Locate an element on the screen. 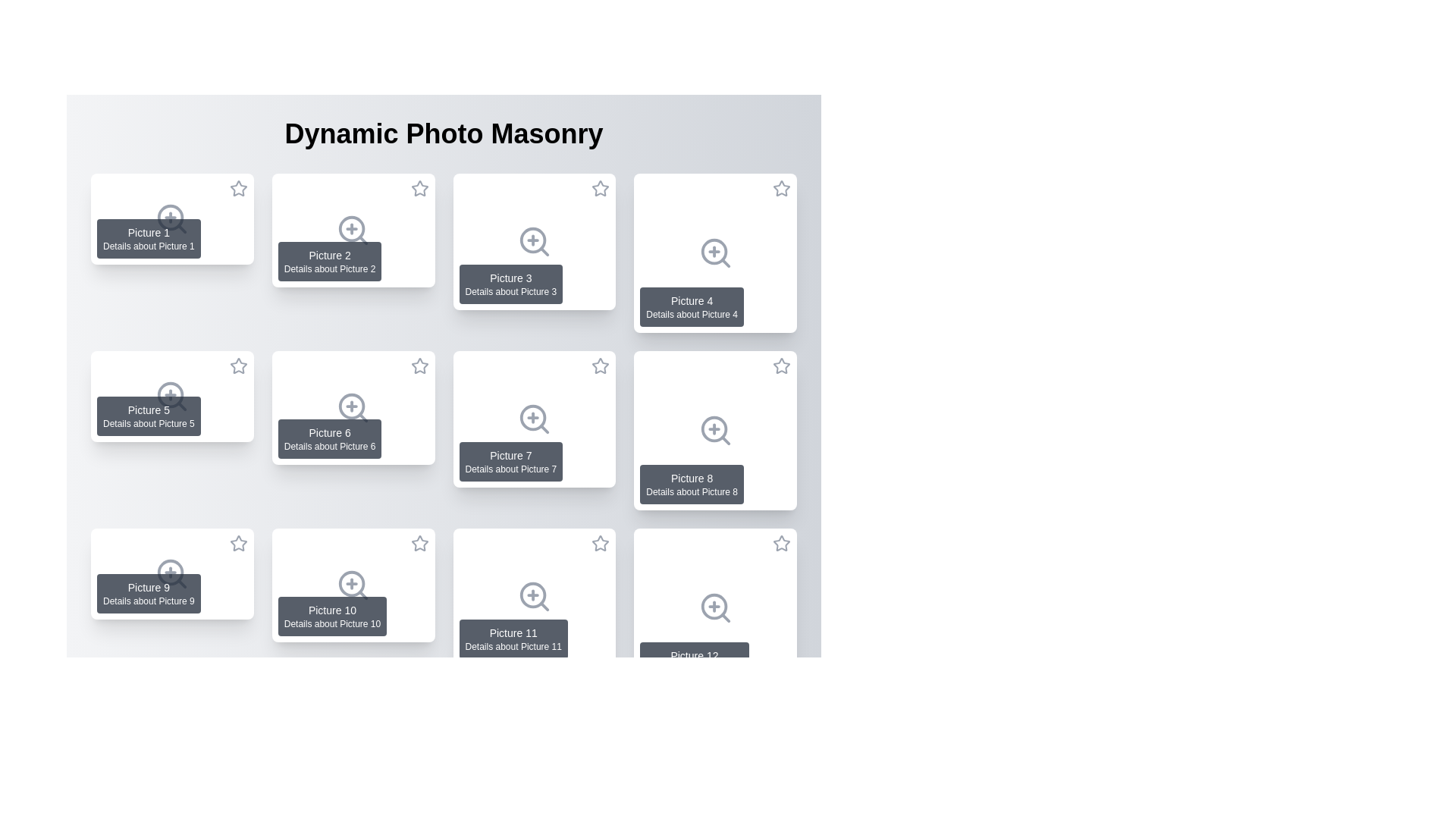  the Text Label providing additional details for 'Picture 4' is located at coordinates (691, 314).